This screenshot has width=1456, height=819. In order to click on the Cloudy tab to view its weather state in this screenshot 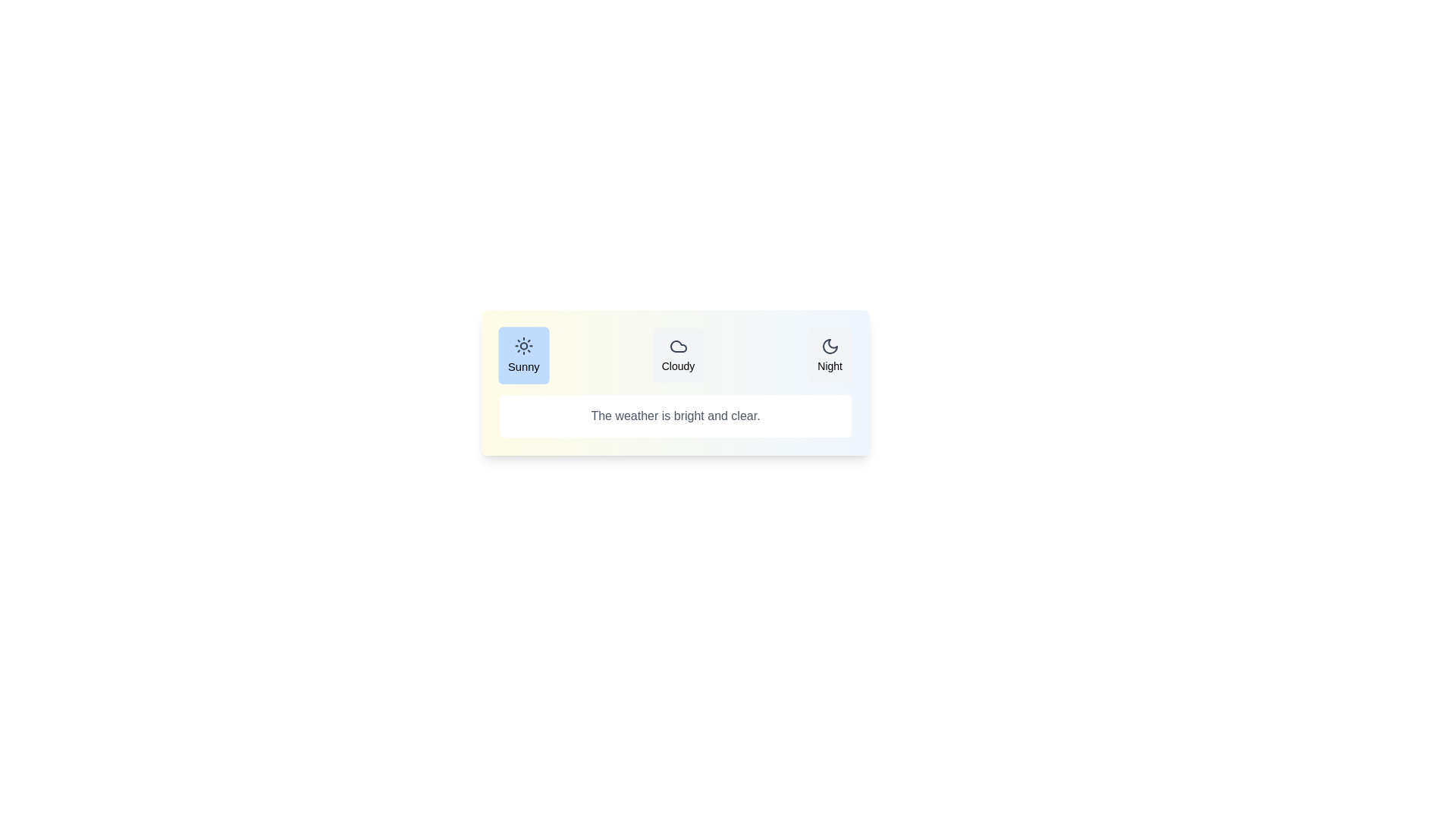, I will do `click(677, 356)`.